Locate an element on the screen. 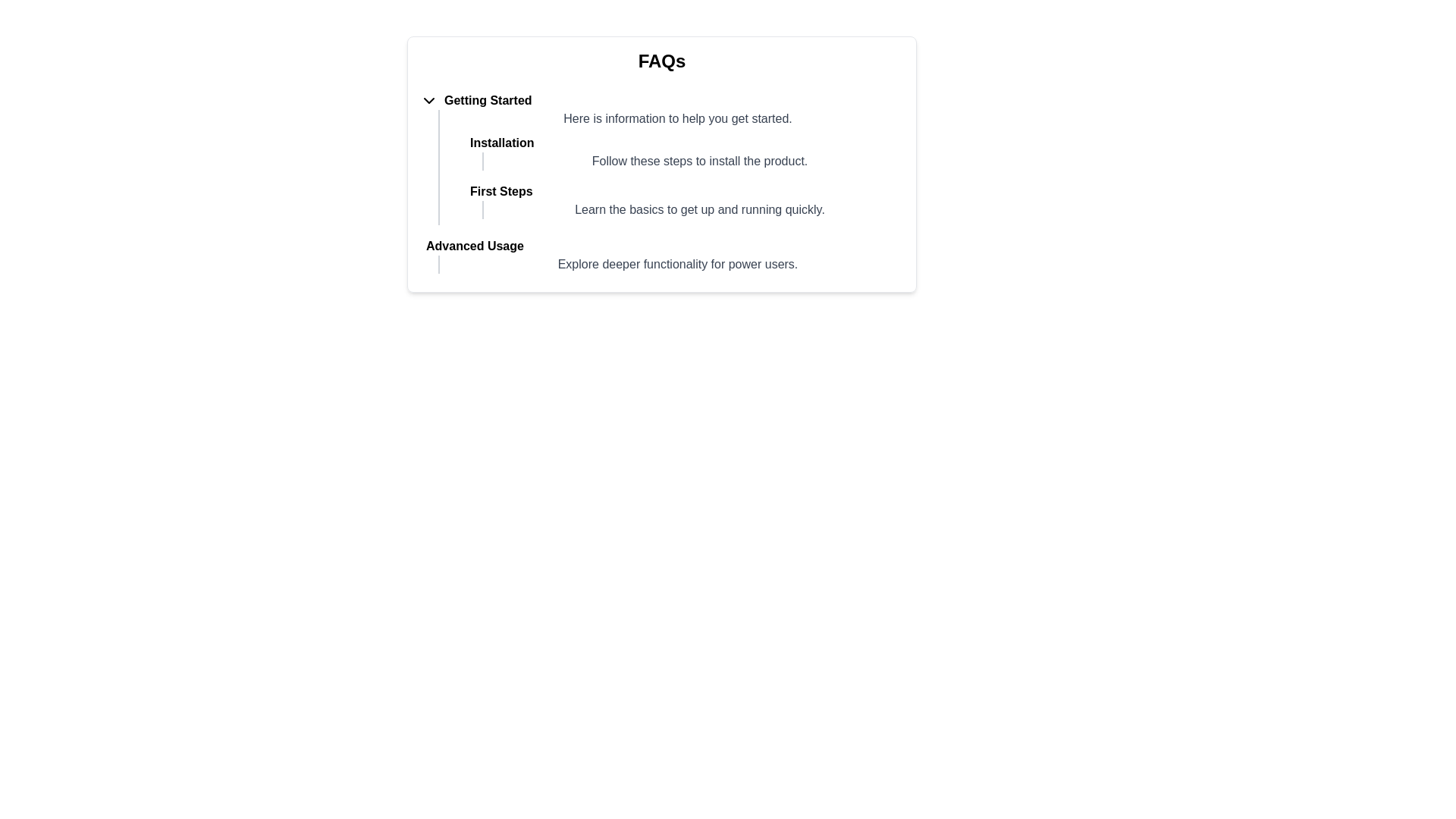 The width and height of the screenshot is (1456, 819). the static text content that provides introductory instructions in the 'First Steps' subsection of the 'Getting Started' section in the FAQ layout is located at coordinates (698, 210).